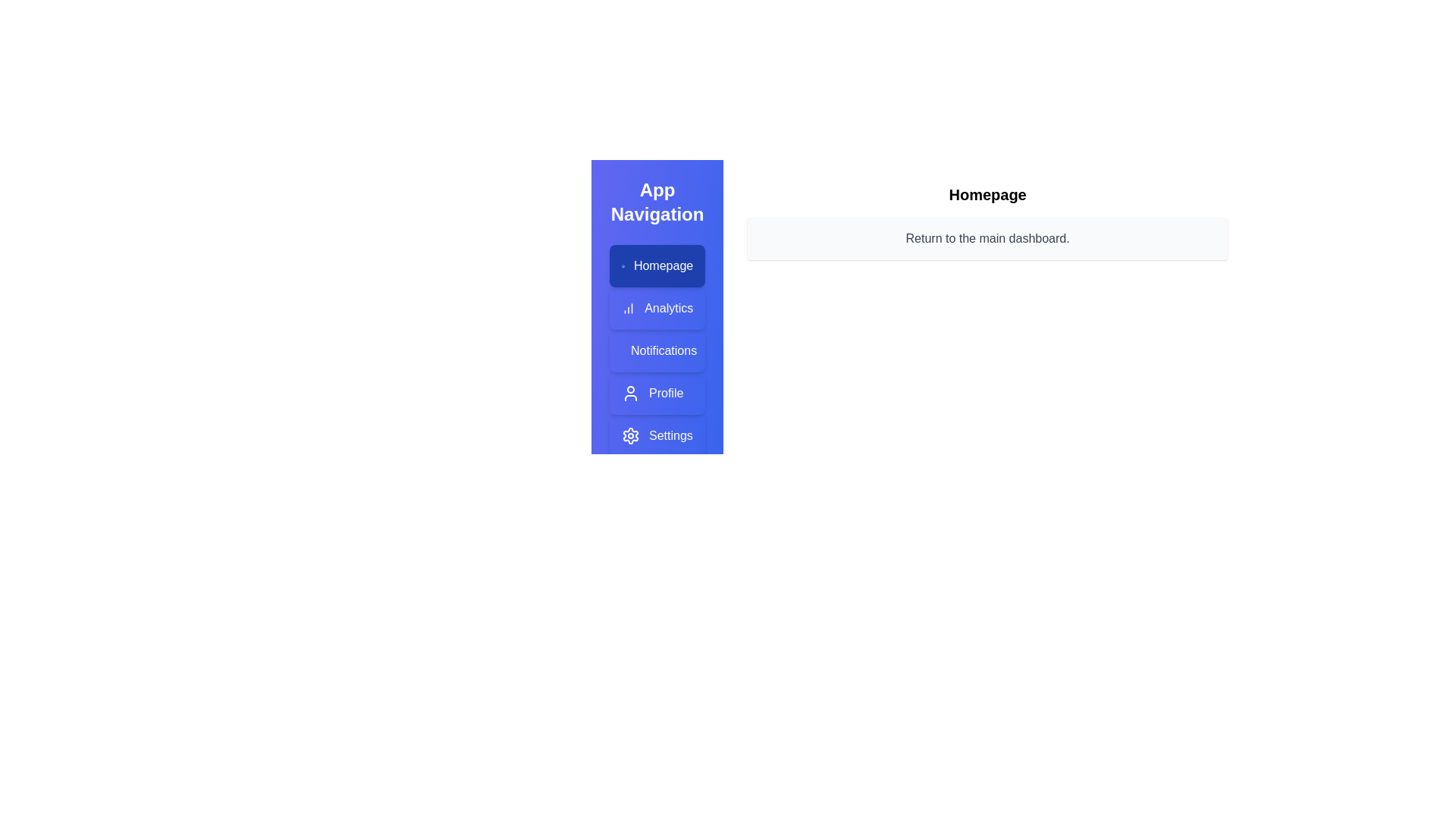 Image resolution: width=1456 pixels, height=819 pixels. I want to click on the 'Analytics' text label in the navigation menu, so click(668, 308).